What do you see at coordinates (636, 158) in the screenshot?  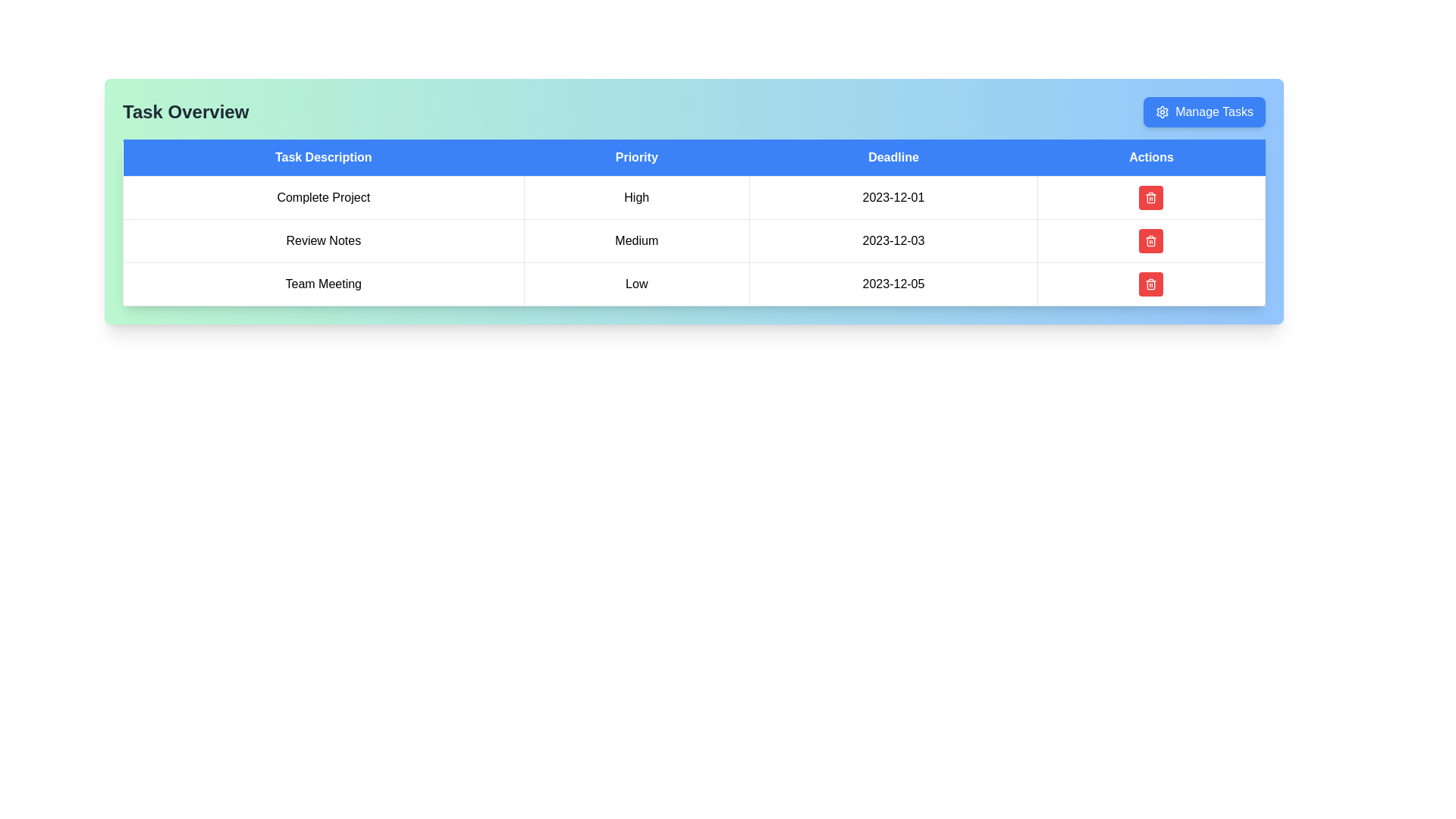 I see `the 'Priority' header text label, which is styled with white text on a blue background and centered in the header section of the table interface` at bounding box center [636, 158].